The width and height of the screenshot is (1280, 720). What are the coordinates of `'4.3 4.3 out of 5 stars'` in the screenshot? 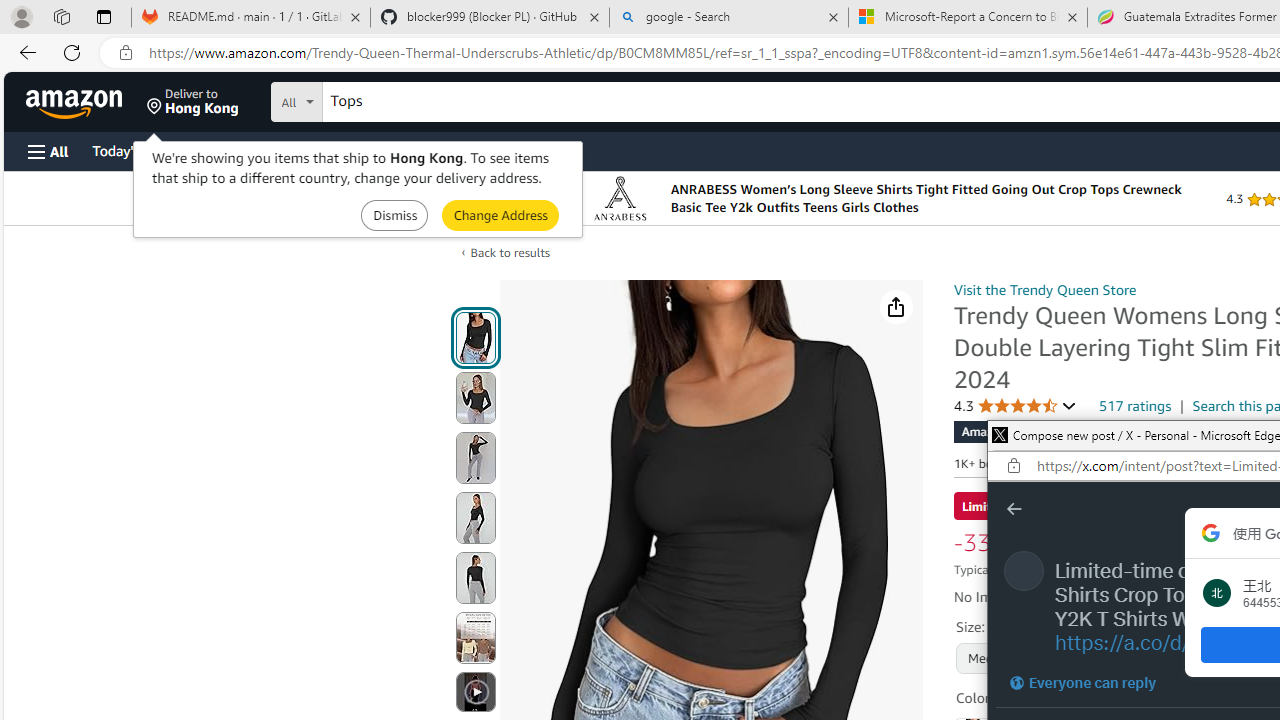 It's located at (1015, 405).